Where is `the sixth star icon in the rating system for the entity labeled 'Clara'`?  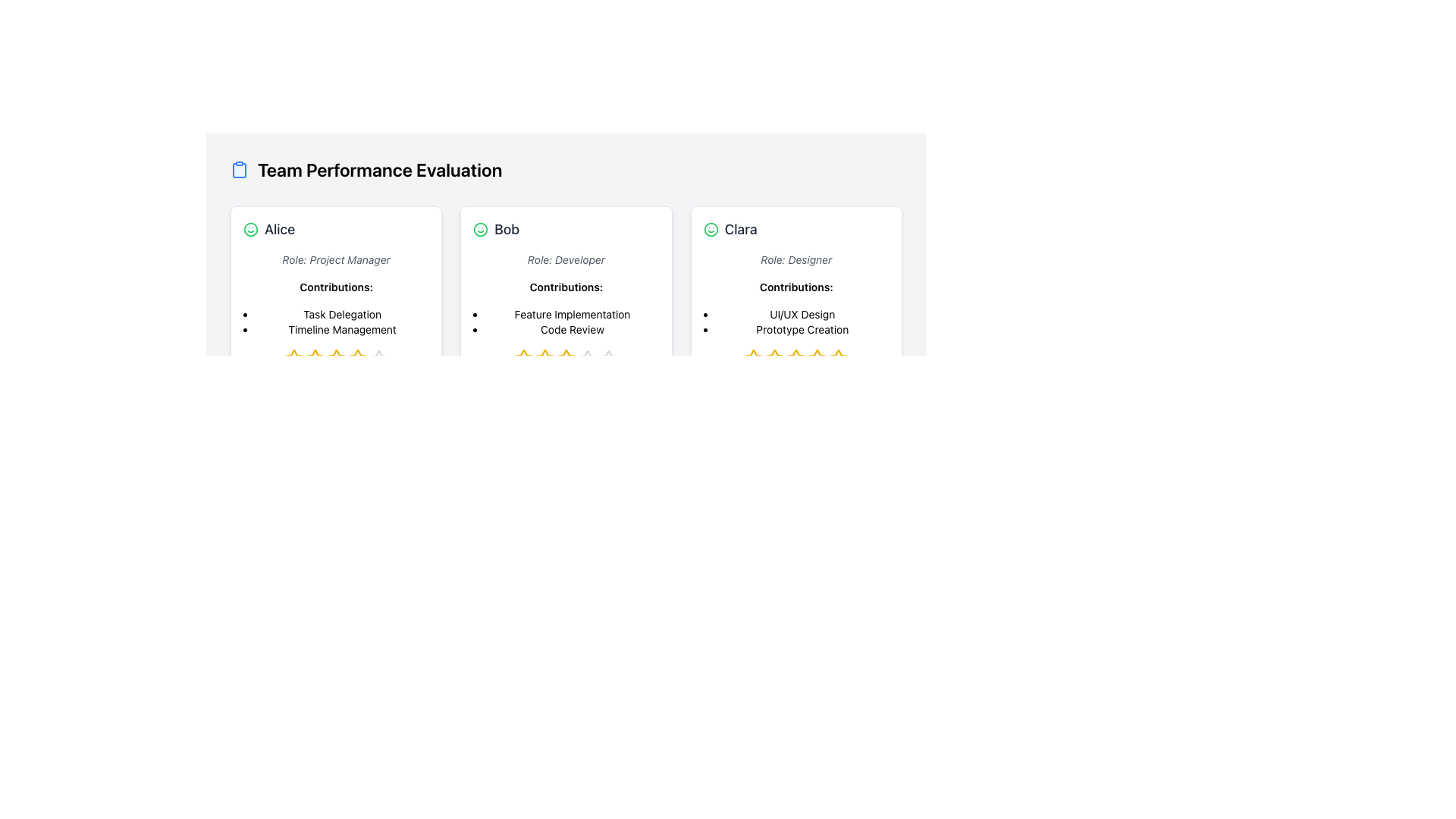
the sixth star icon in the rating system for the entity labeled 'Clara' is located at coordinates (838, 359).